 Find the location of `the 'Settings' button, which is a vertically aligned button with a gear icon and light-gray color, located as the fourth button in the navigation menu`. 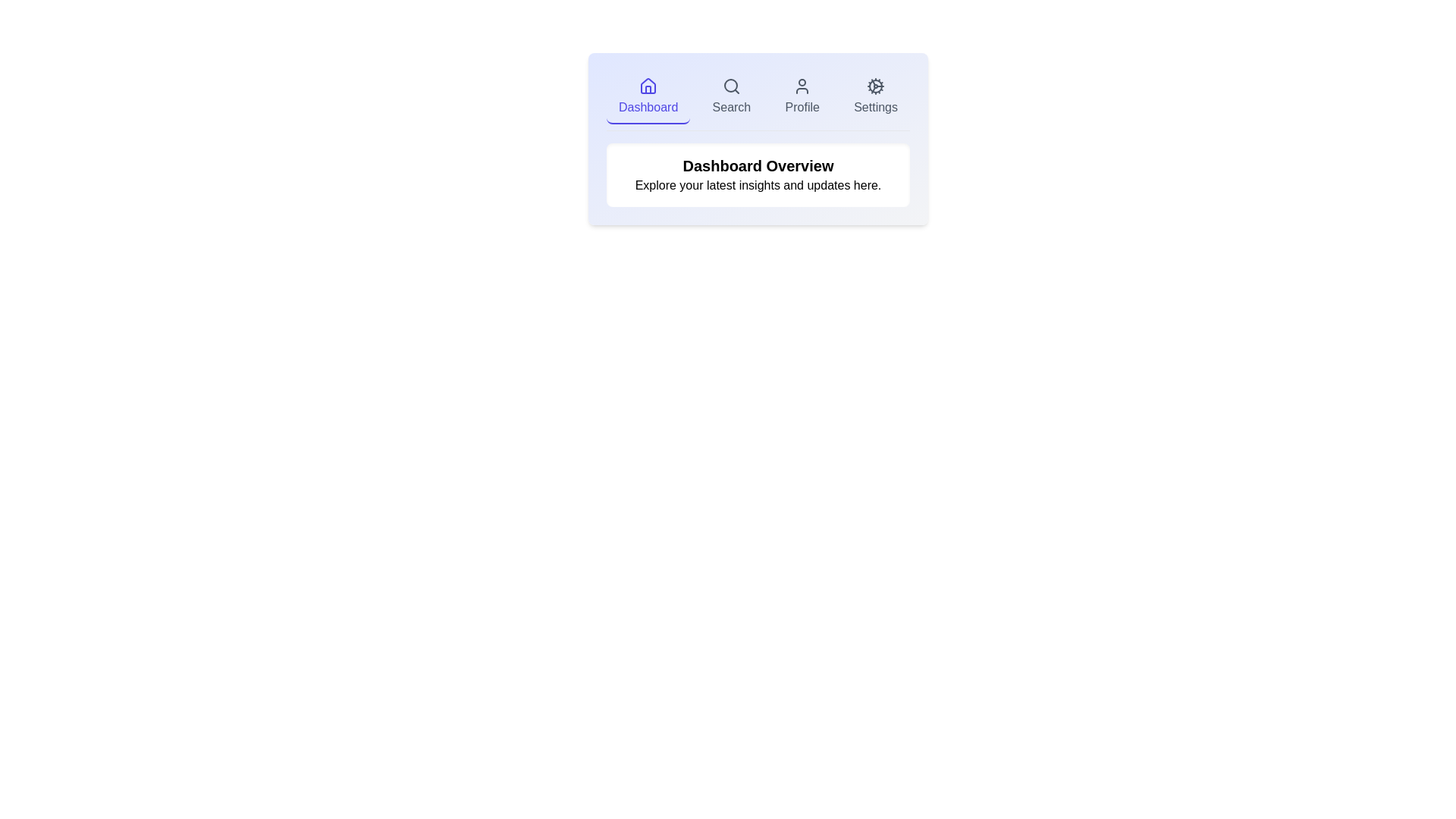

the 'Settings' button, which is a vertically aligned button with a gear icon and light-gray color, located as the fourth button in the navigation menu is located at coordinates (876, 97).